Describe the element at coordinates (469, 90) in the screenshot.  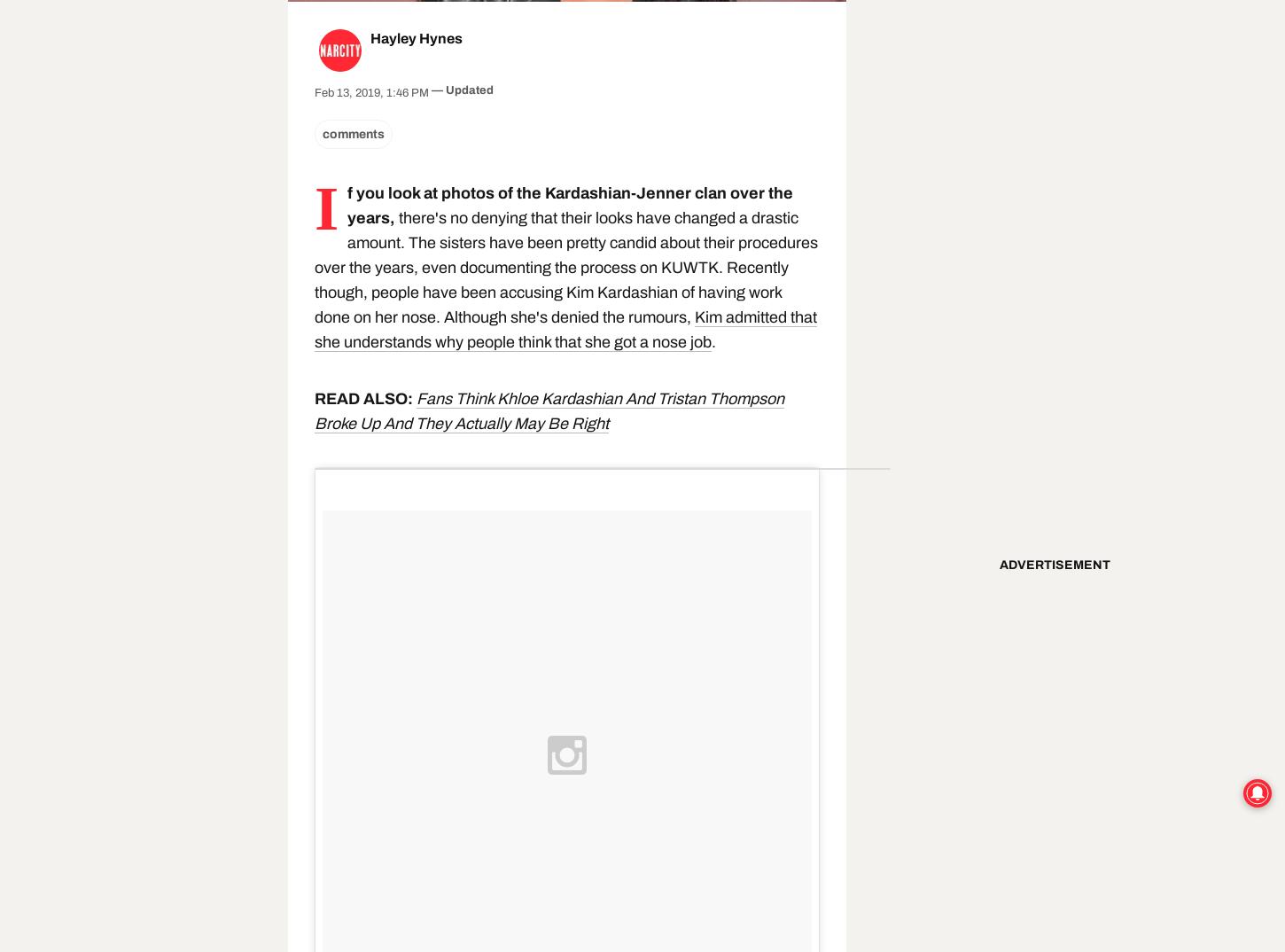
I see `'Updated'` at that location.